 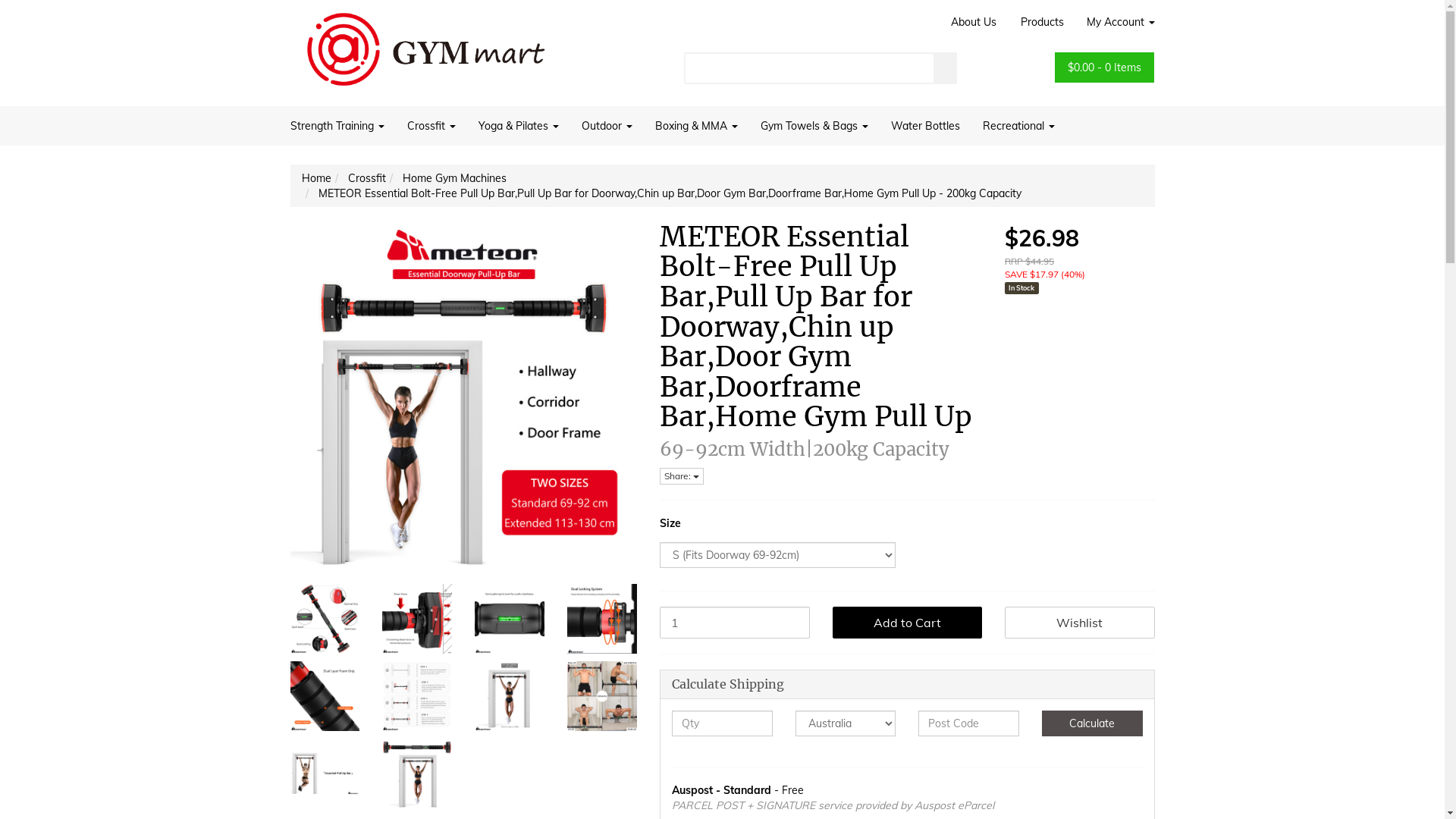 What do you see at coordinates (417, 619) in the screenshot?
I see `'Large View'` at bounding box center [417, 619].